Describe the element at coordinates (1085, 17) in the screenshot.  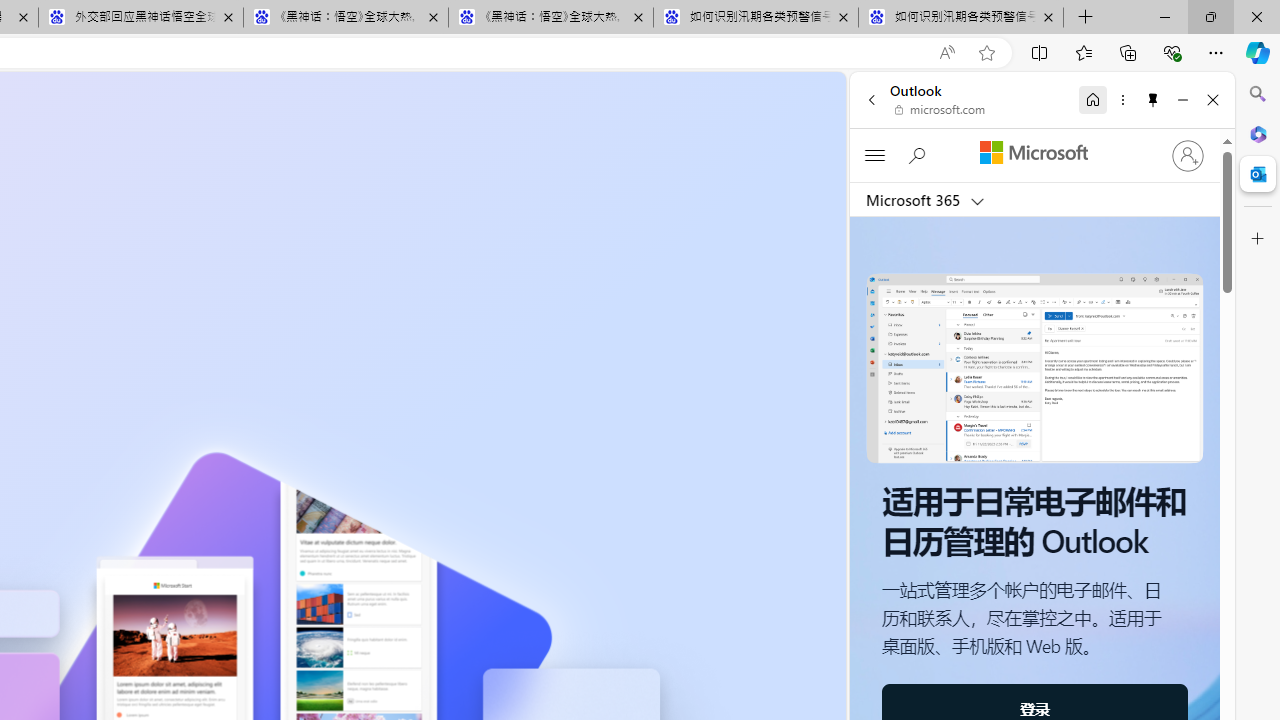
I see `'New Tab'` at that location.